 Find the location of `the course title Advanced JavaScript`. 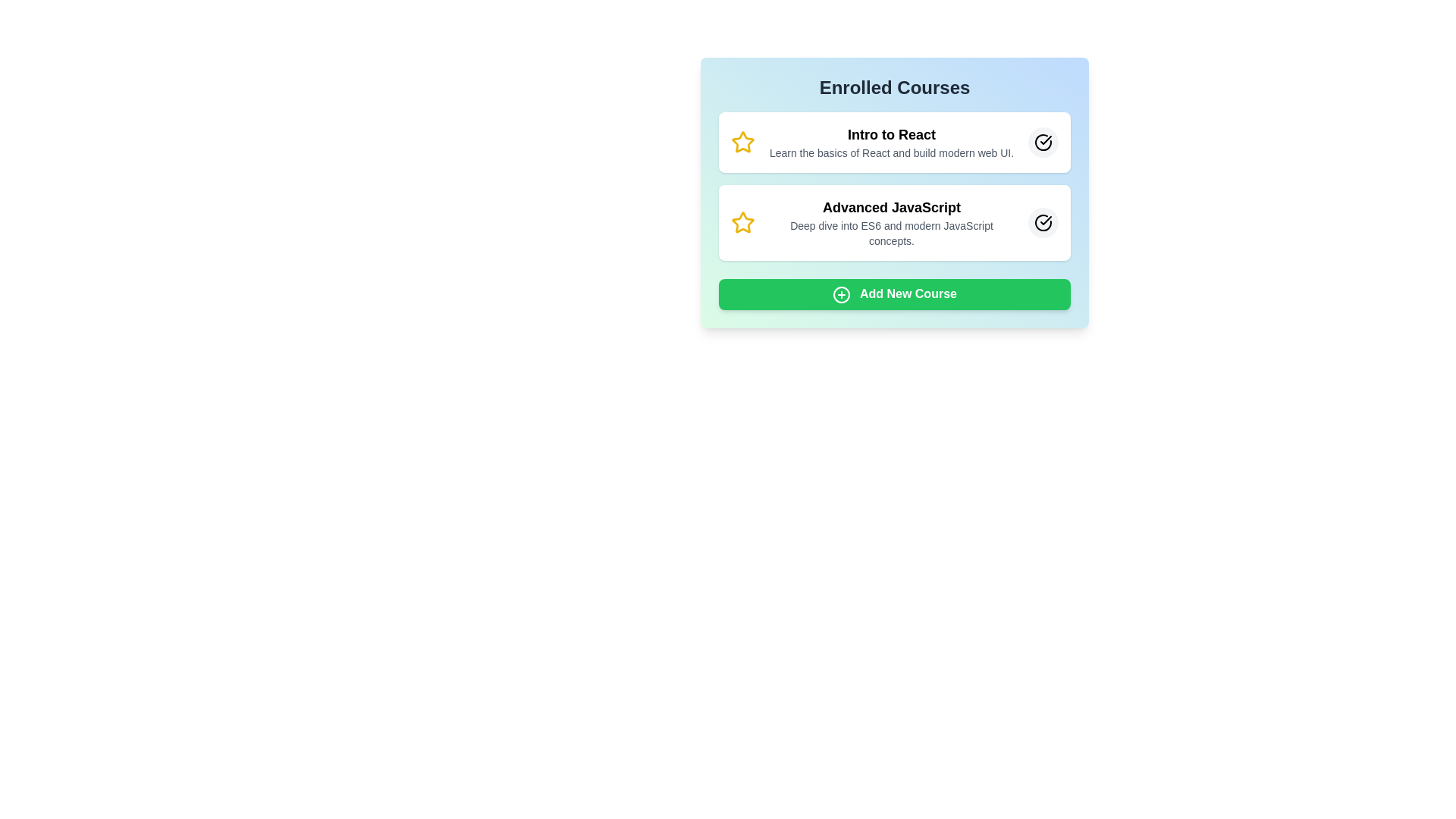

the course title Advanced JavaScript is located at coordinates (895, 207).